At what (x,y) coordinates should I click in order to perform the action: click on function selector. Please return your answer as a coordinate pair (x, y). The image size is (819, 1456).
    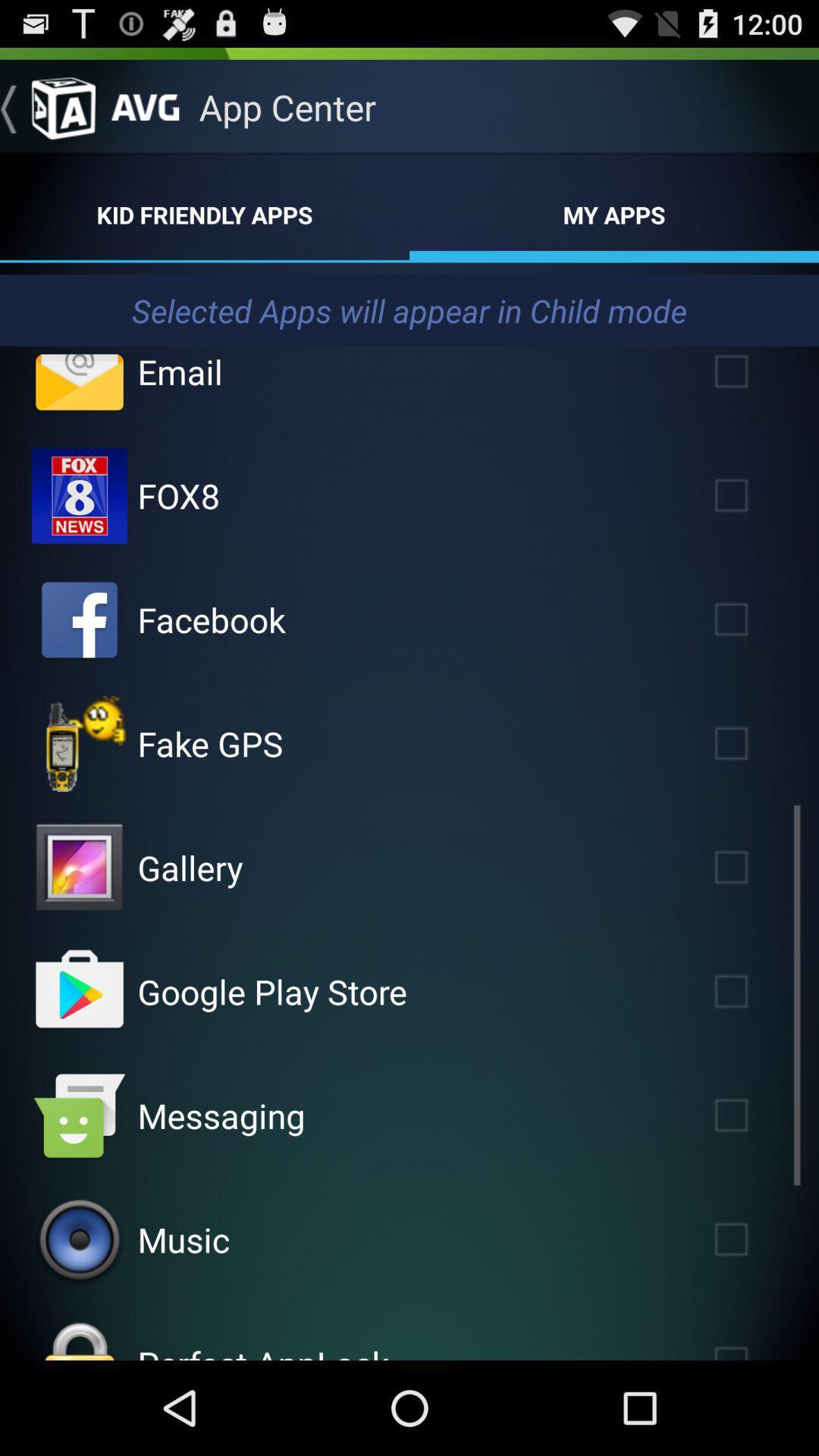
    Looking at the image, I should click on (753, 495).